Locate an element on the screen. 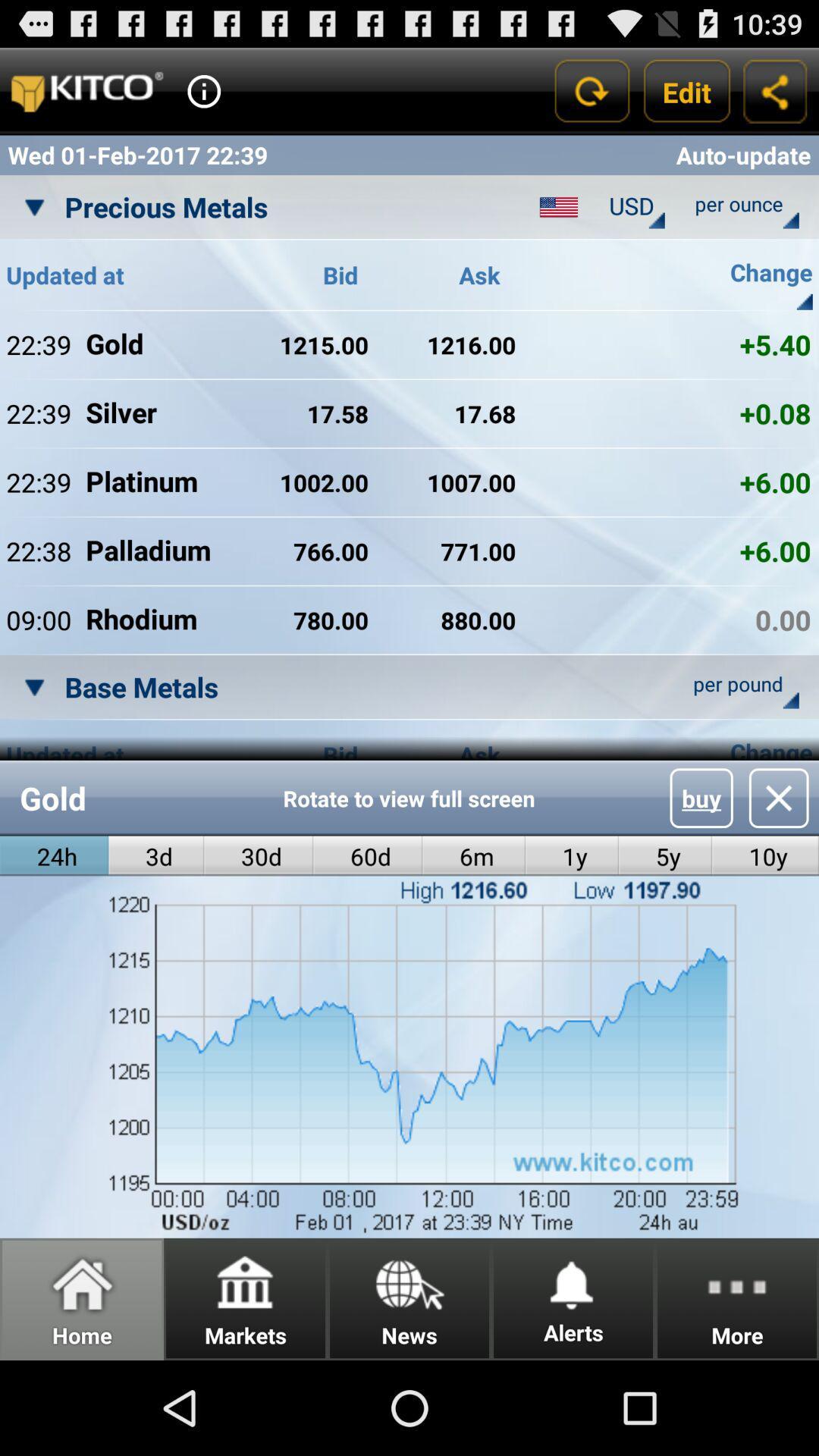  information button is located at coordinates (203, 90).